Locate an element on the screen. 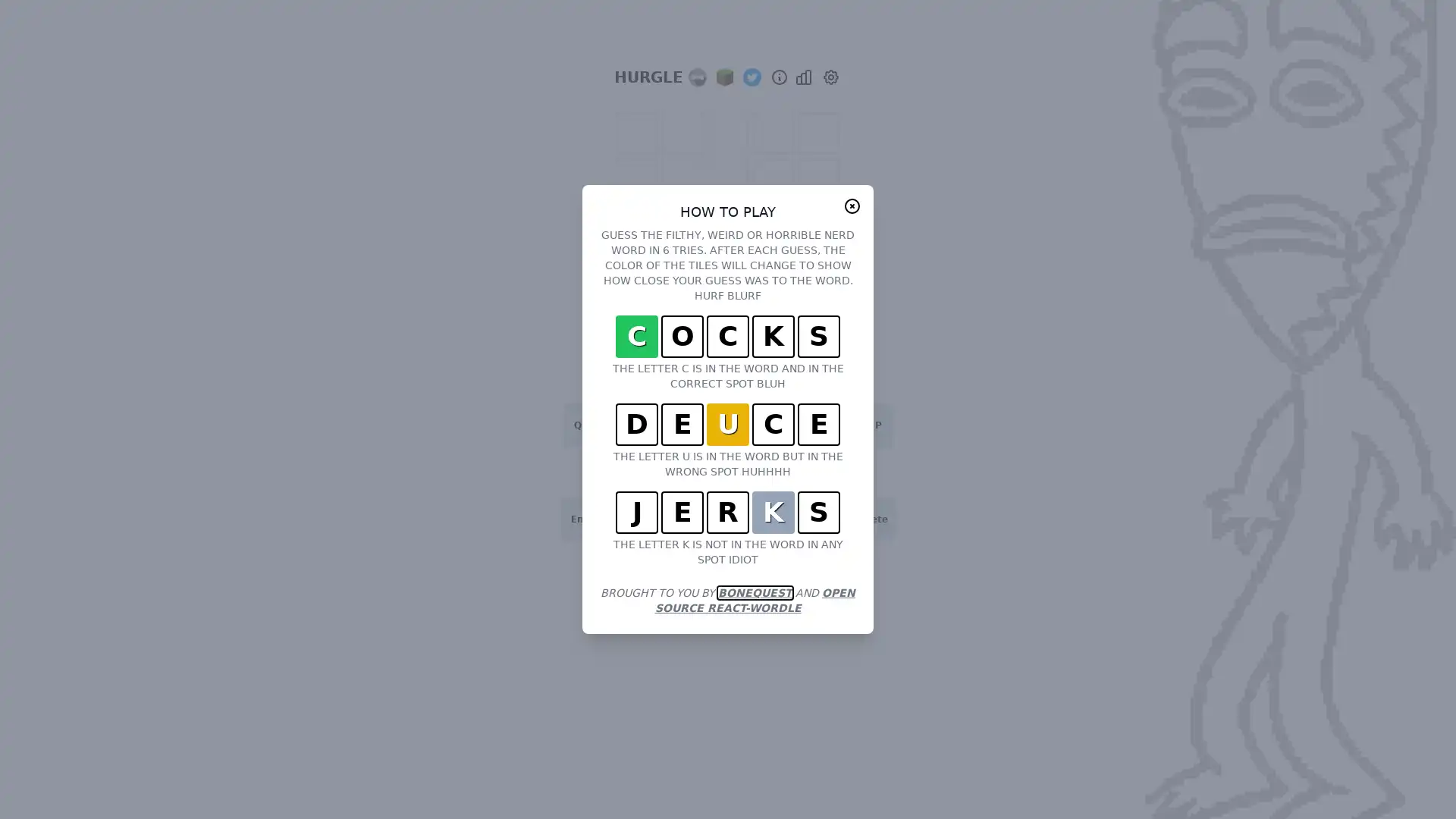 The height and width of the screenshot is (819, 1456). L is located at coordinates (861, 472).